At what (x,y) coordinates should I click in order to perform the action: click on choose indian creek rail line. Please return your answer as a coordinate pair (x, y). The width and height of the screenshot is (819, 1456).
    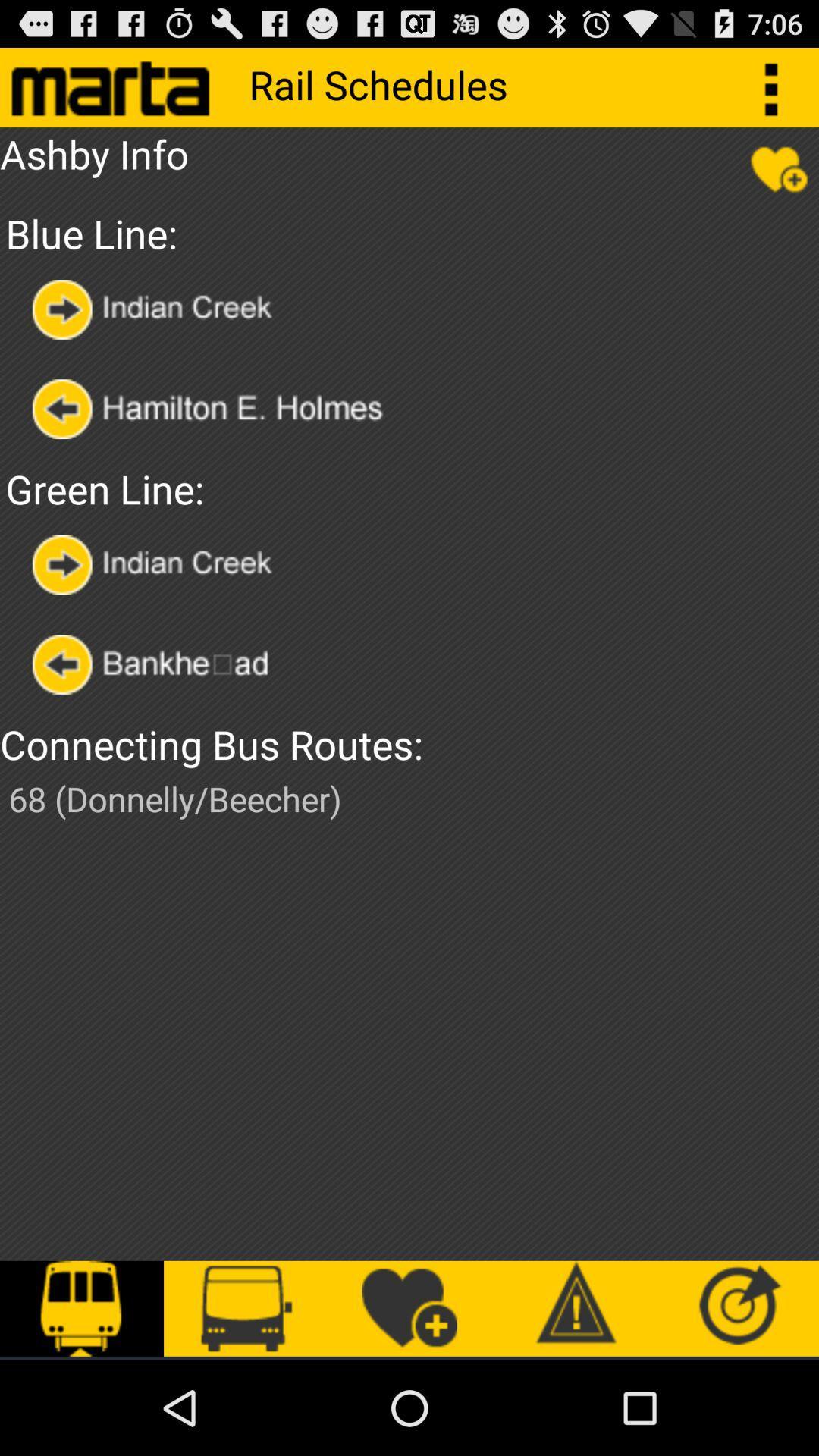
    Looking at the image, I should click on (157, 564).